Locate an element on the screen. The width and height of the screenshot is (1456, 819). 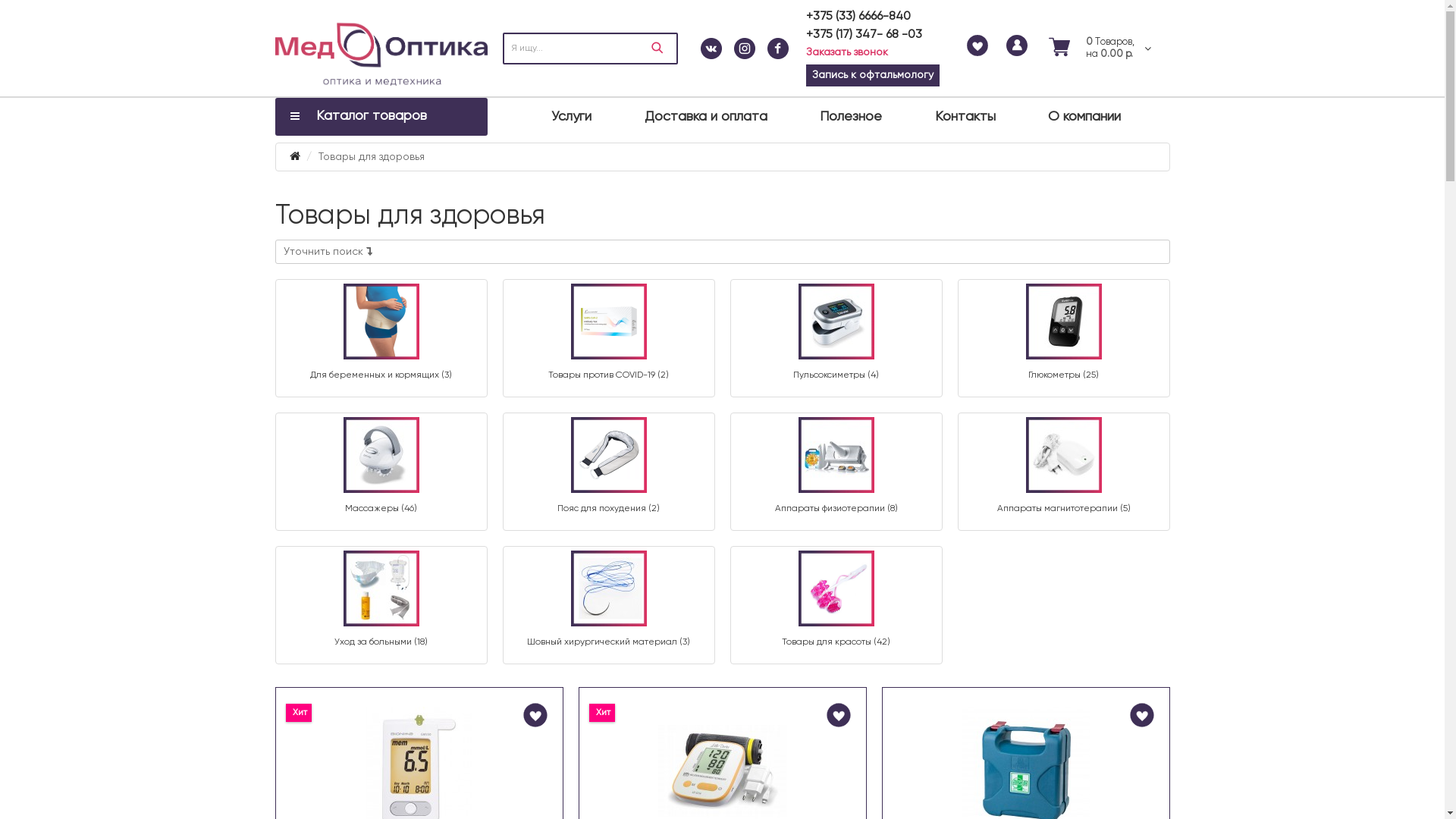
'+375 (17) 347- 68 -03' is located at coordinates (804, 34).